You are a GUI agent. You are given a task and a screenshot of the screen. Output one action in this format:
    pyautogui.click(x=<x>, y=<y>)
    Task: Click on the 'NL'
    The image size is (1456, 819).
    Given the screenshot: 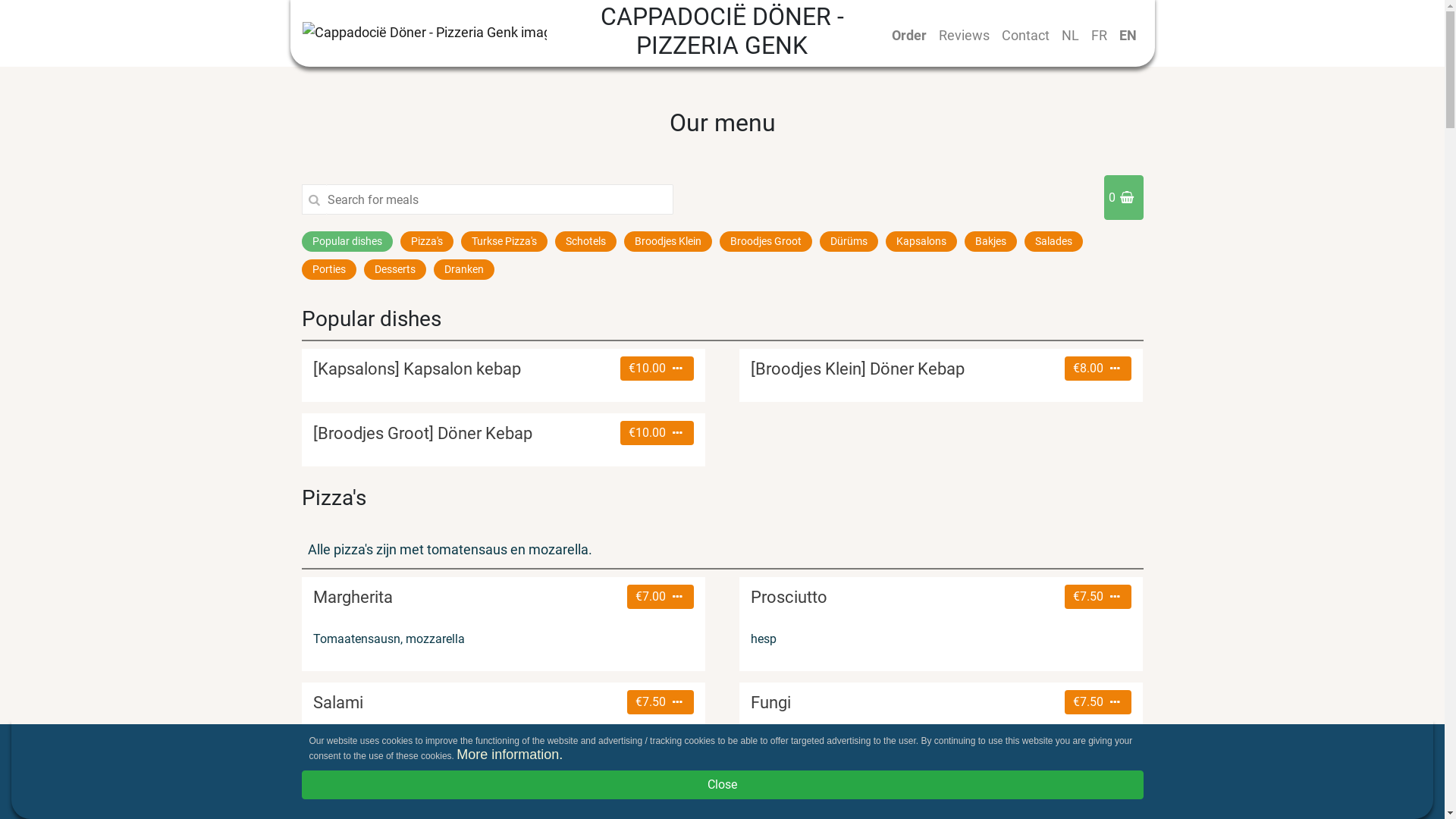 What is the action you would take?
    pyautogui.click(x=1069, y=34)
    